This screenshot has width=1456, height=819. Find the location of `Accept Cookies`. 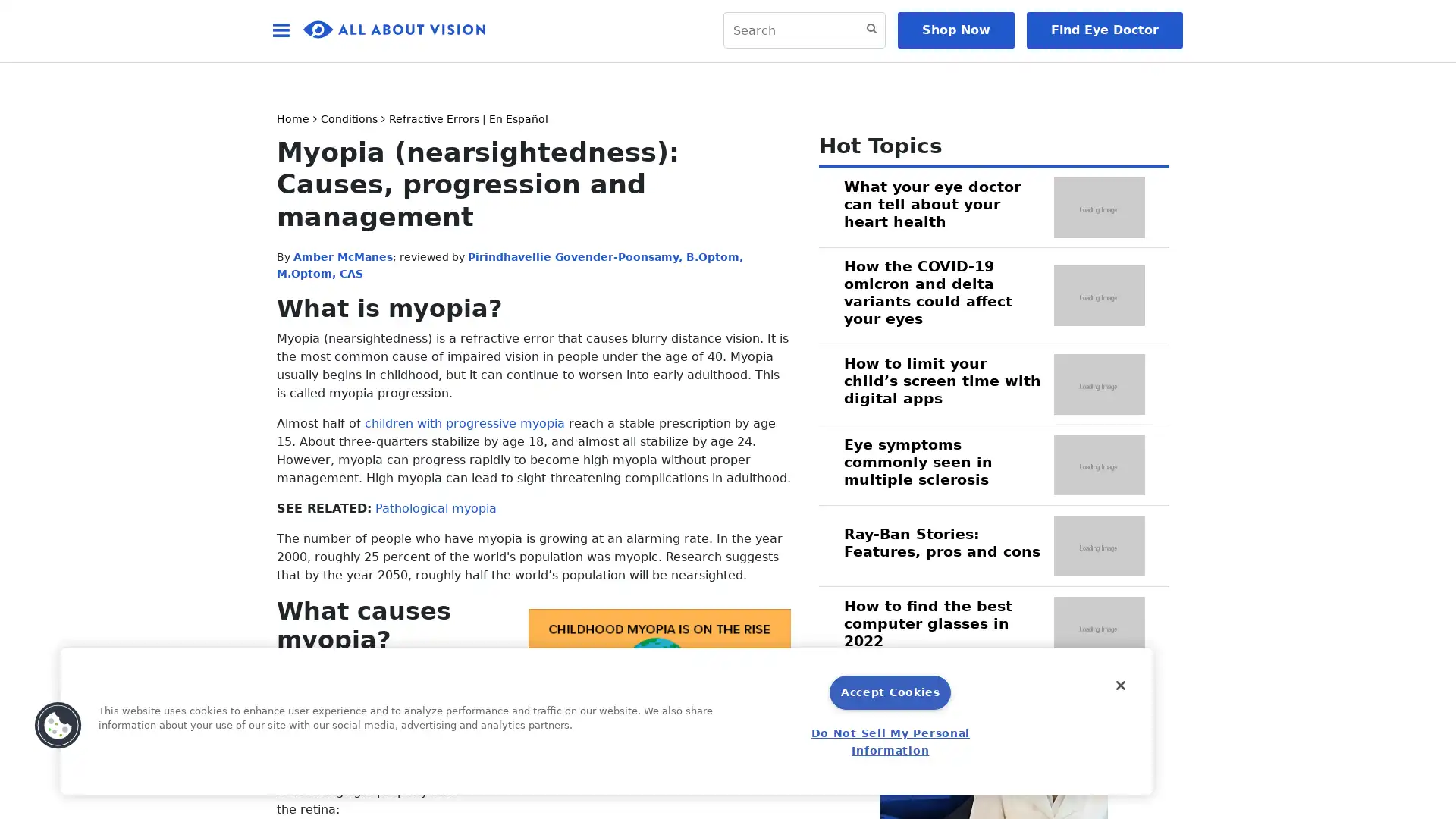

Accept Cookies is located at coordinates (890, 692).